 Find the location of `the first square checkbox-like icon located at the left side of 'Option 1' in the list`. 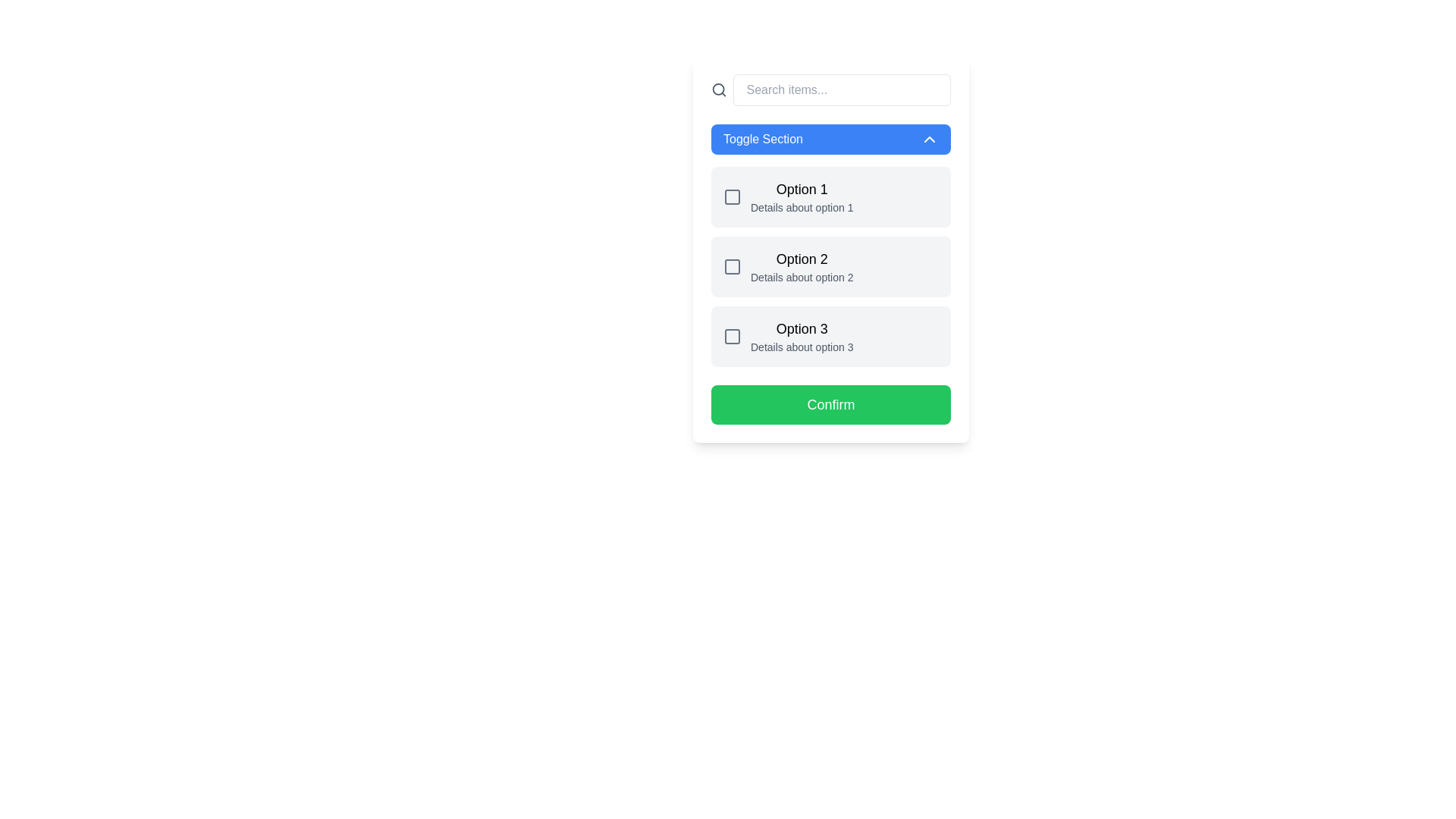

the first square checkbox-like icon located at the left side of 'Option 1' in the list is located at coordinates (732, 196).